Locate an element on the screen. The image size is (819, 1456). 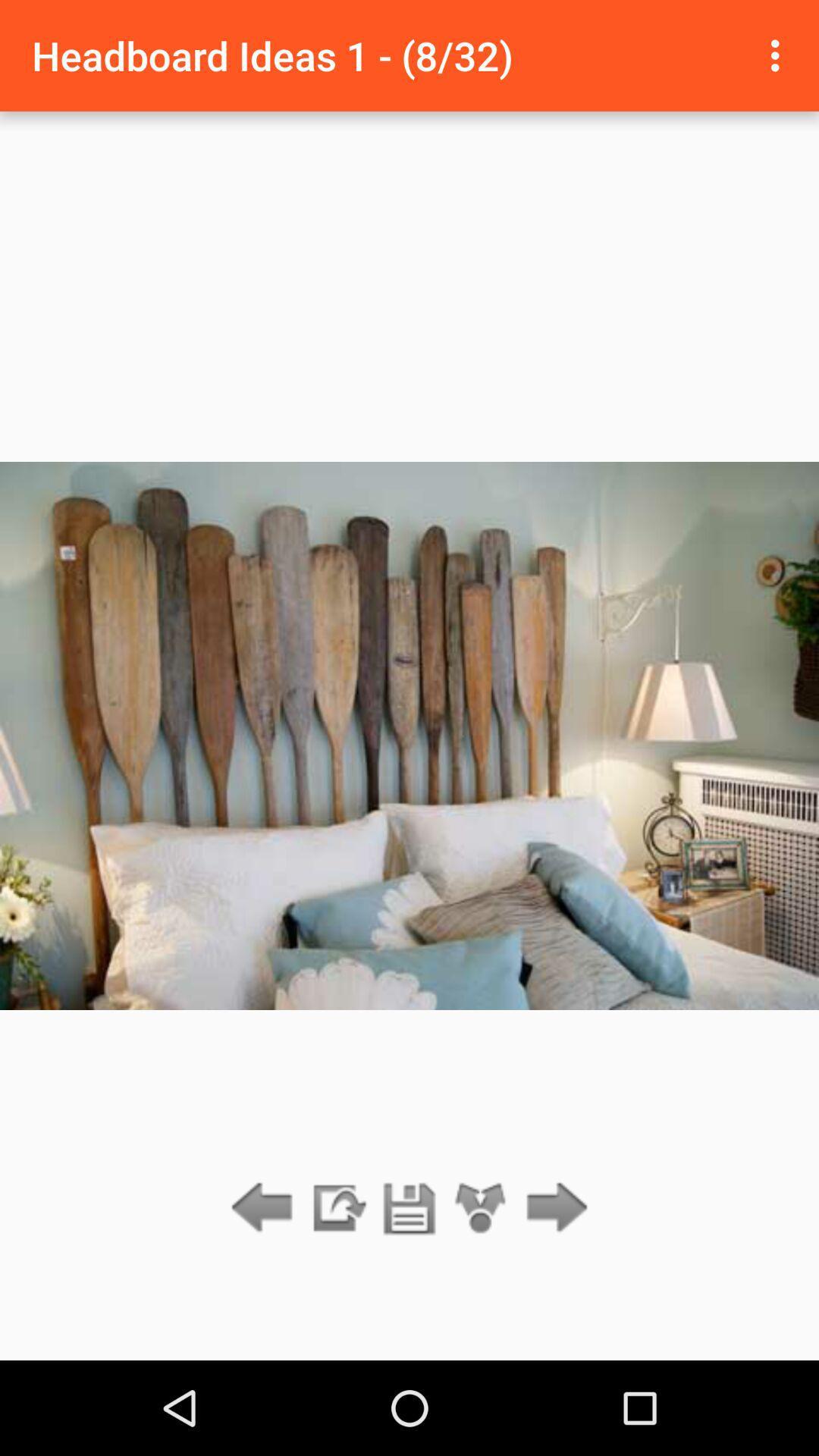
share with others is located at coordinates (481, 1208).